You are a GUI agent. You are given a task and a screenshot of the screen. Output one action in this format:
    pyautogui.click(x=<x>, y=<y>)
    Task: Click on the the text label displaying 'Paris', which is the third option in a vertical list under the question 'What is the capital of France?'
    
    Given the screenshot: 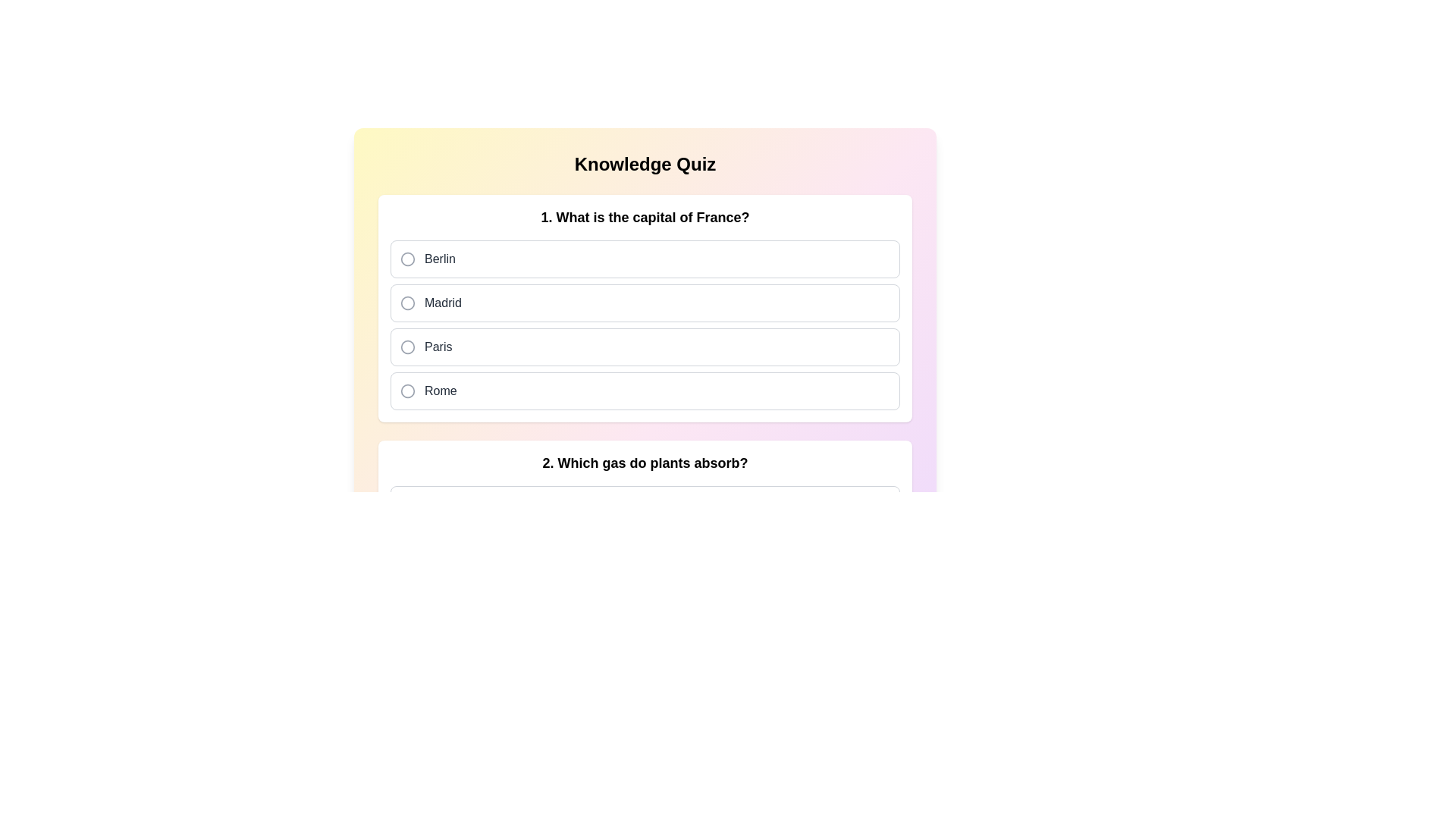 What is the action you would take?
    pyautogui.click(x=438, y=347)
    